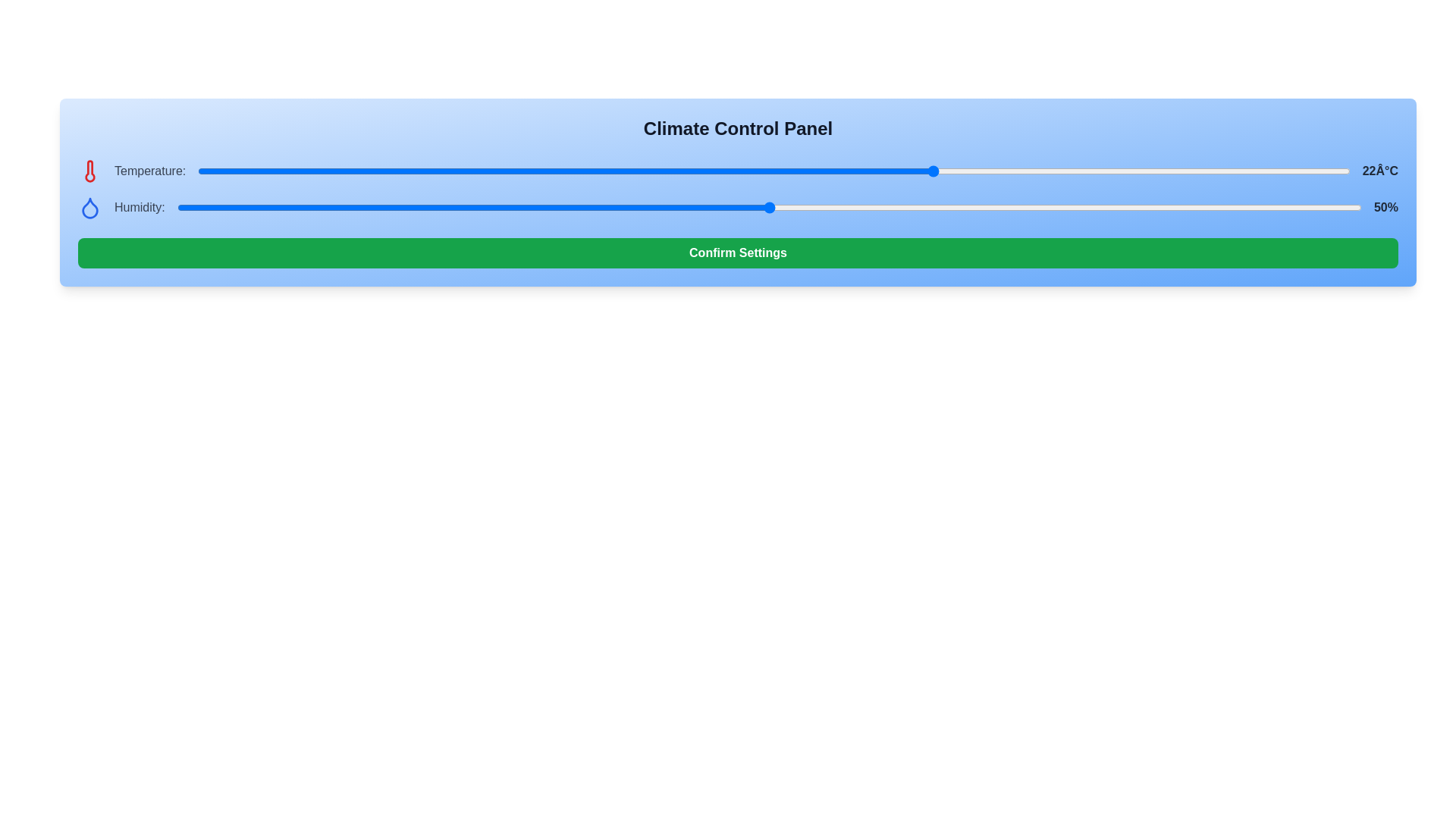  Describe the element at coordinates (235, 207) in the screenshot. I see `the humidity slider to 5%` at that location.